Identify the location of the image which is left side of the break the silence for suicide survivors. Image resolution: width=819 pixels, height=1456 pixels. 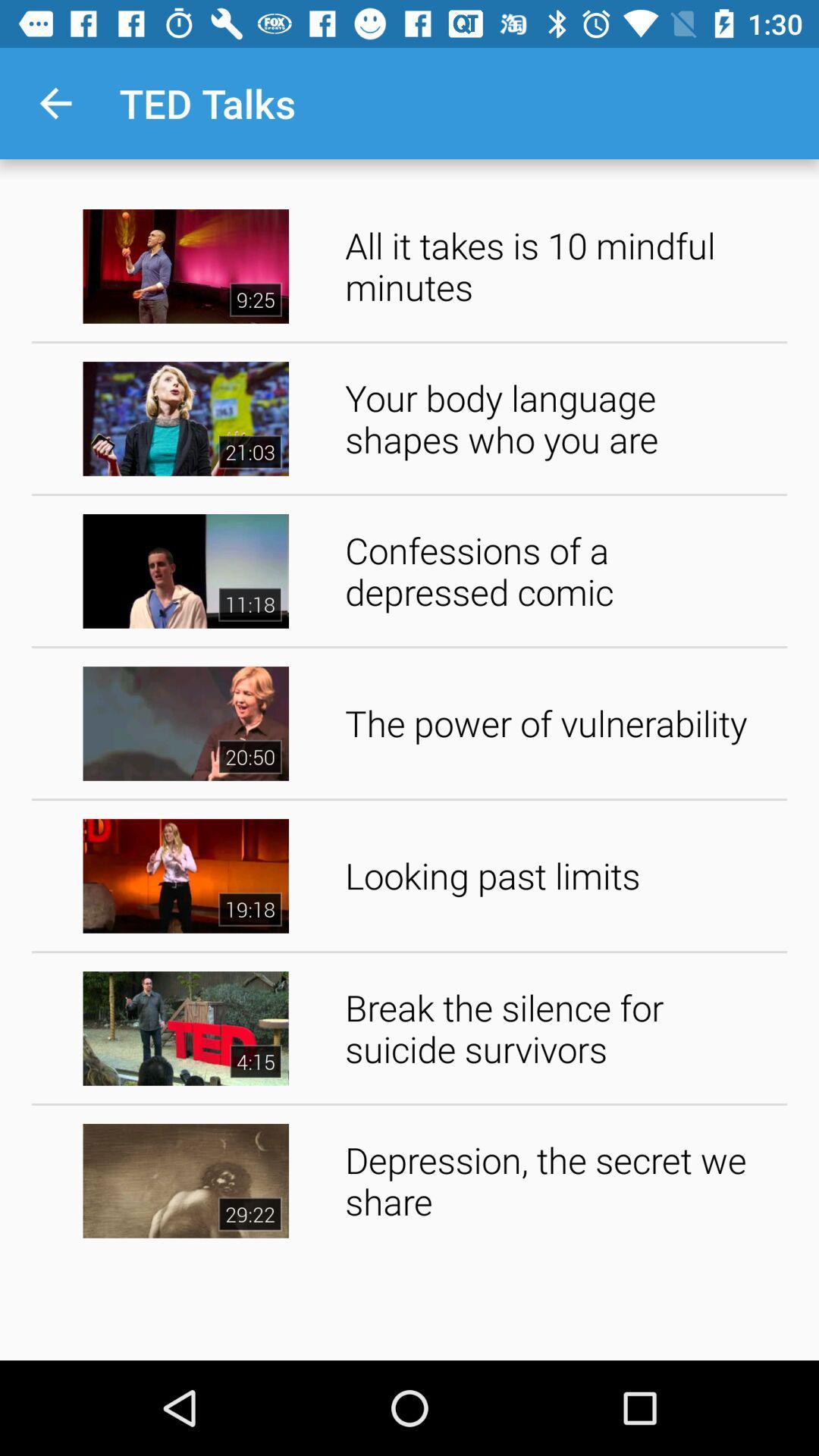
(185, 1028).